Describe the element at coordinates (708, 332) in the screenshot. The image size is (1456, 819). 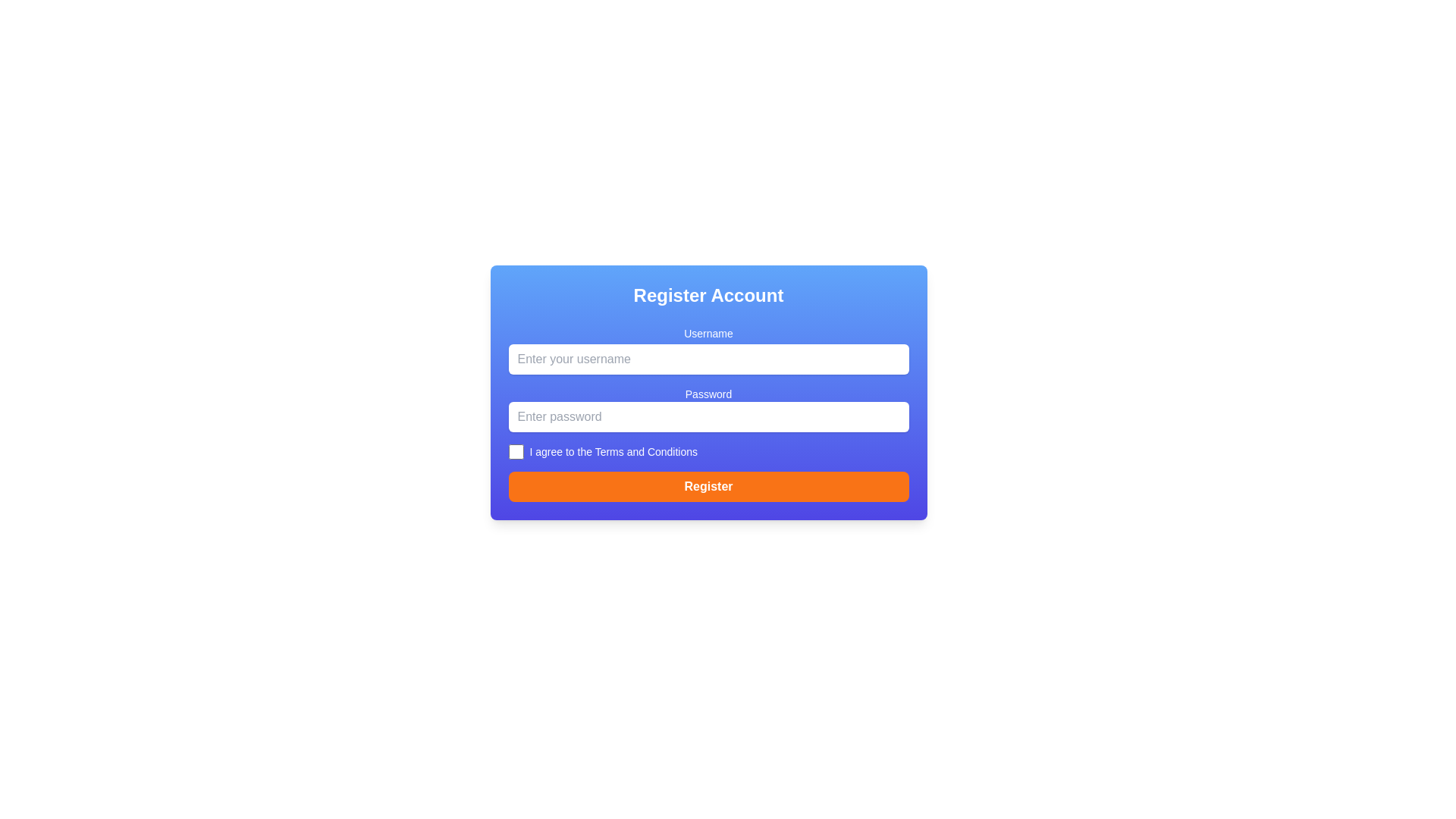
I see `the Text label indicating the username input field in the blue registration panel` at that location.